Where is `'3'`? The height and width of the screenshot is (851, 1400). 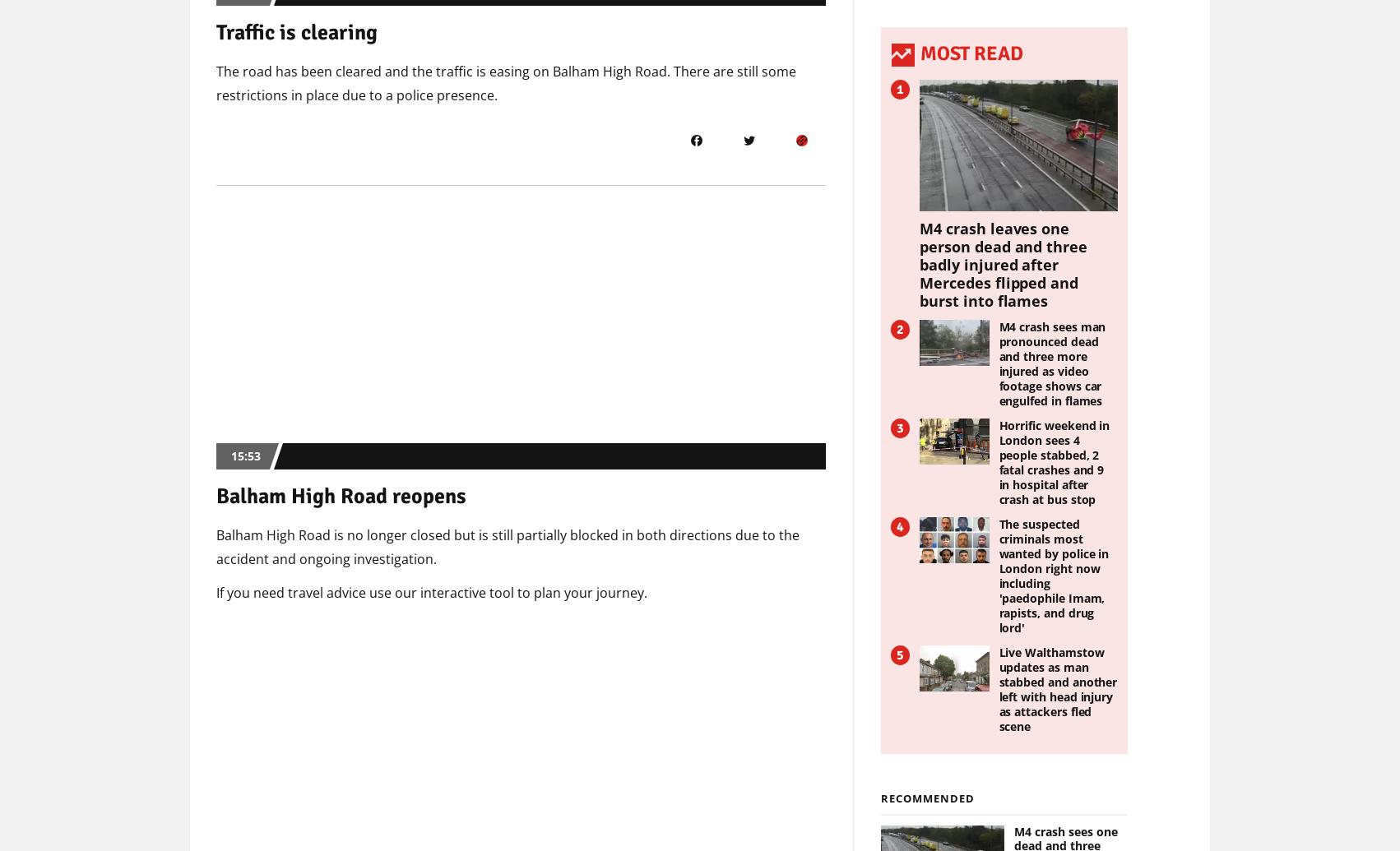
'3' is located at coordinates (894, 426).